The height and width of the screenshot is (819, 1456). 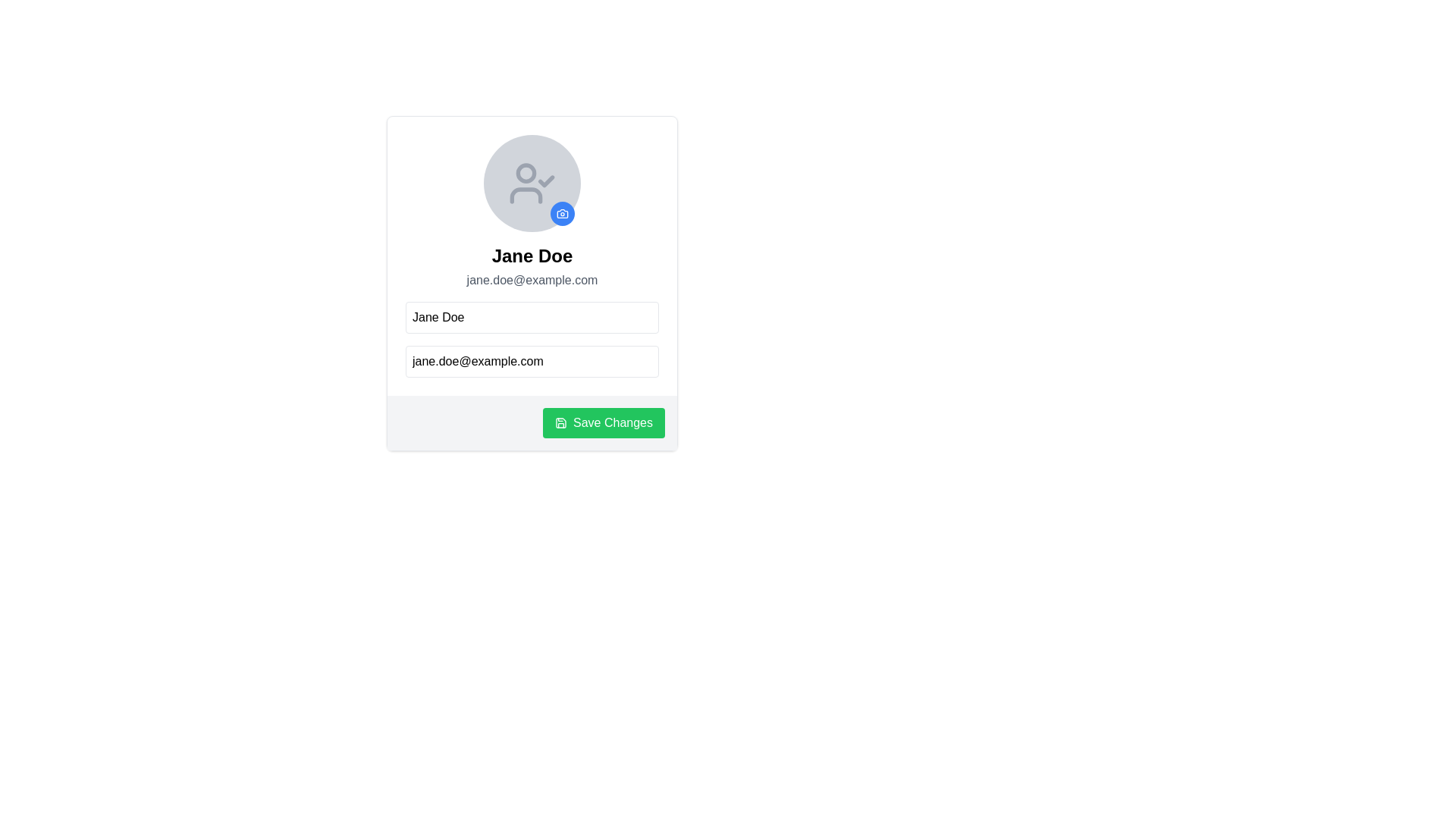 I want to click on the Text Display element showing the name 'Jane Doe' and email 'jane.doe@example.com', which is located in the center of the card layout, so click(x=532, y=265).